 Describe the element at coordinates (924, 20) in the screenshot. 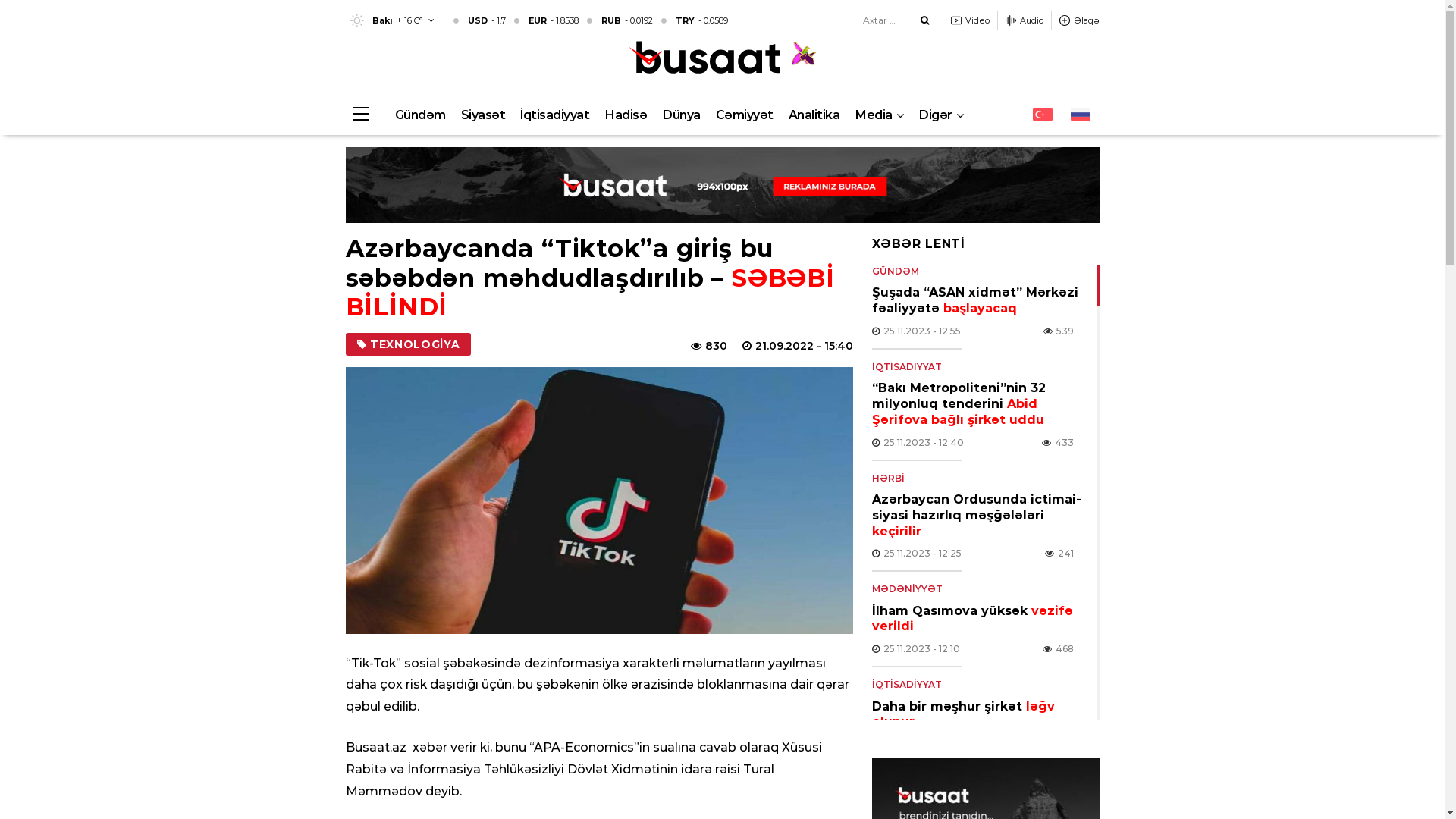

I see `'Axtar'` at that location.